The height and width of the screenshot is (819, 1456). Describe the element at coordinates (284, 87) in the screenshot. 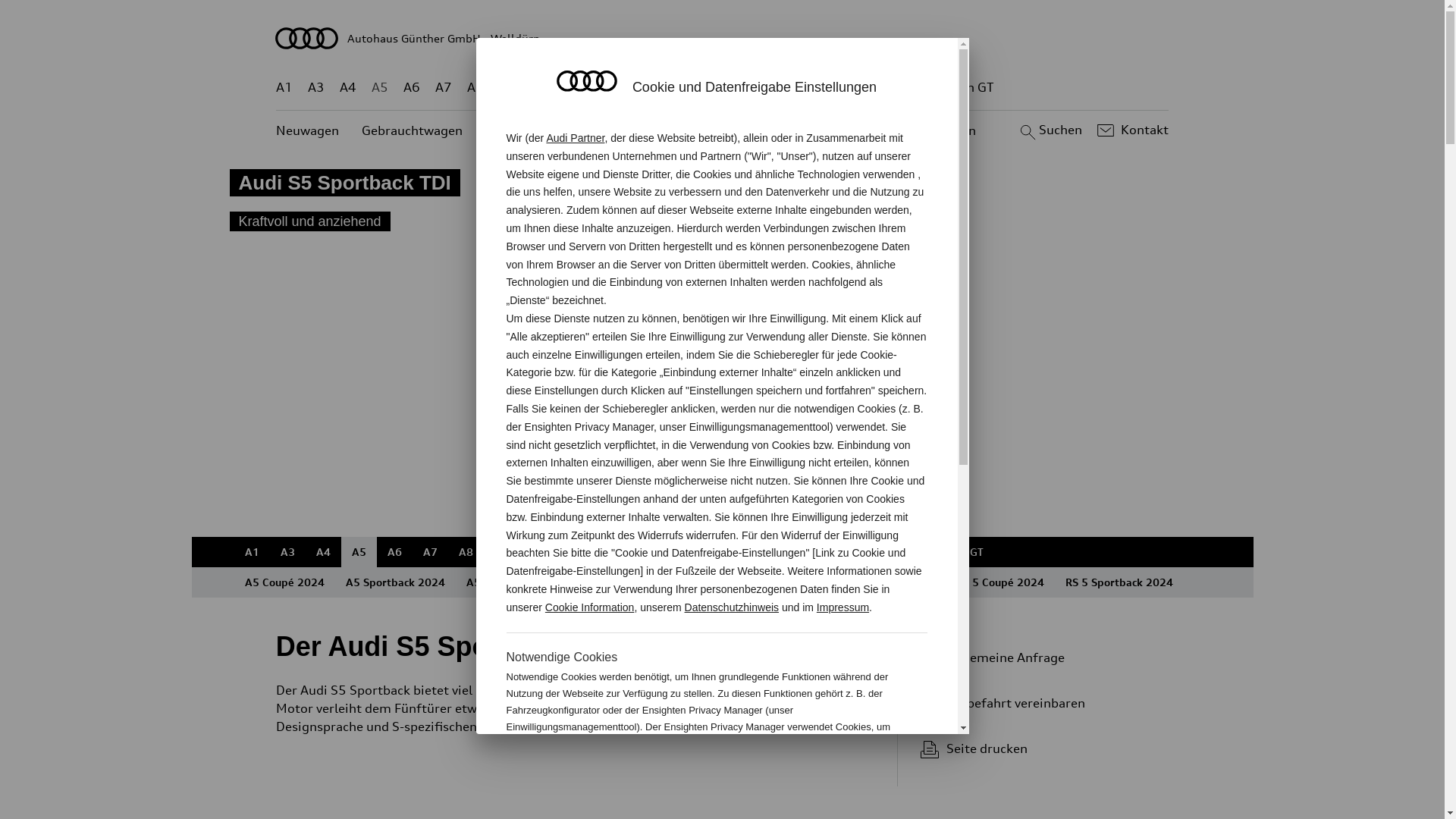

I see `'A1'` at that location.